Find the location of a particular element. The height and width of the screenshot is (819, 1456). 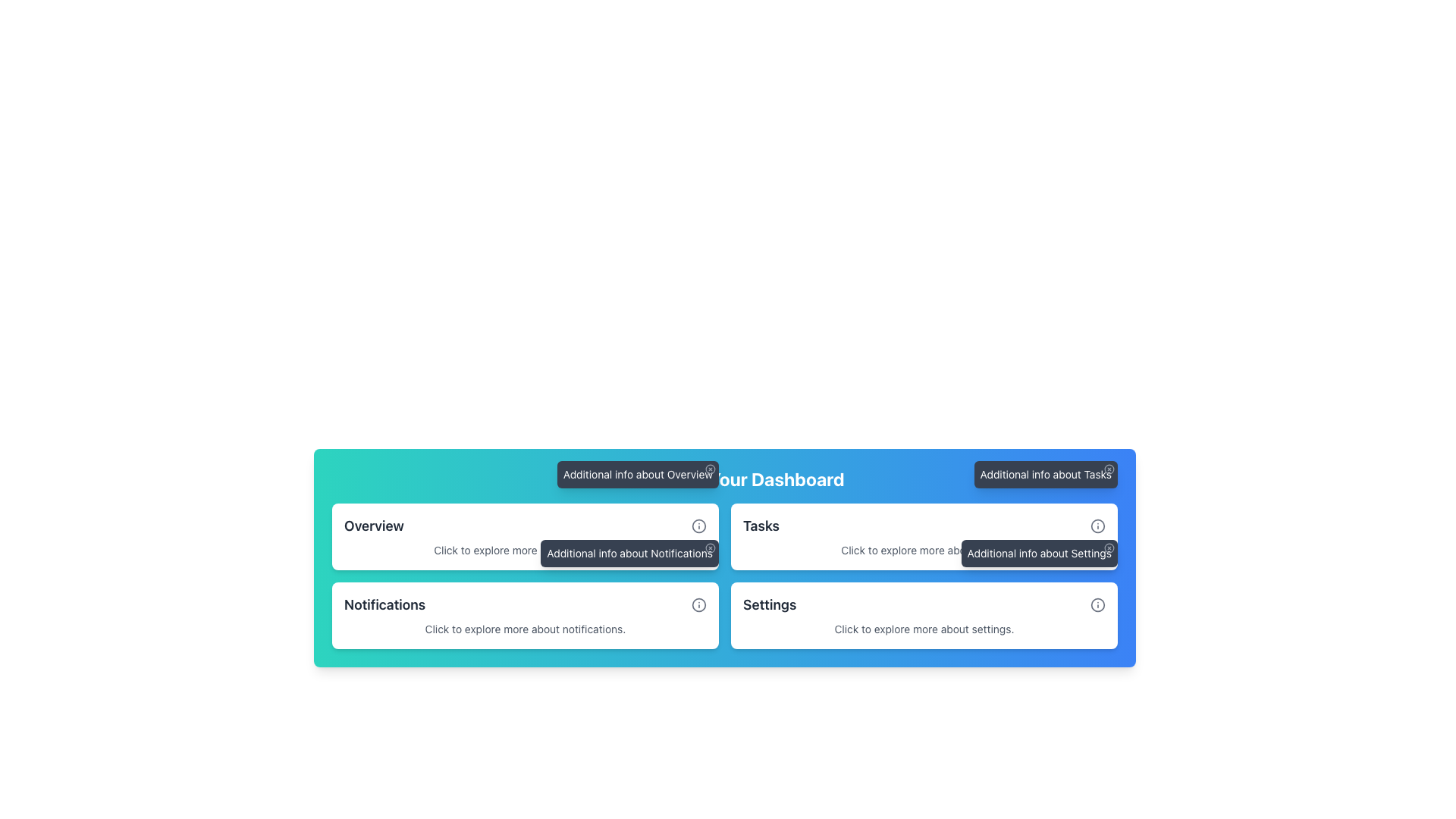

text label providing additional information beneath the bolded title 'Overview' is located at coordinates (525, 550).